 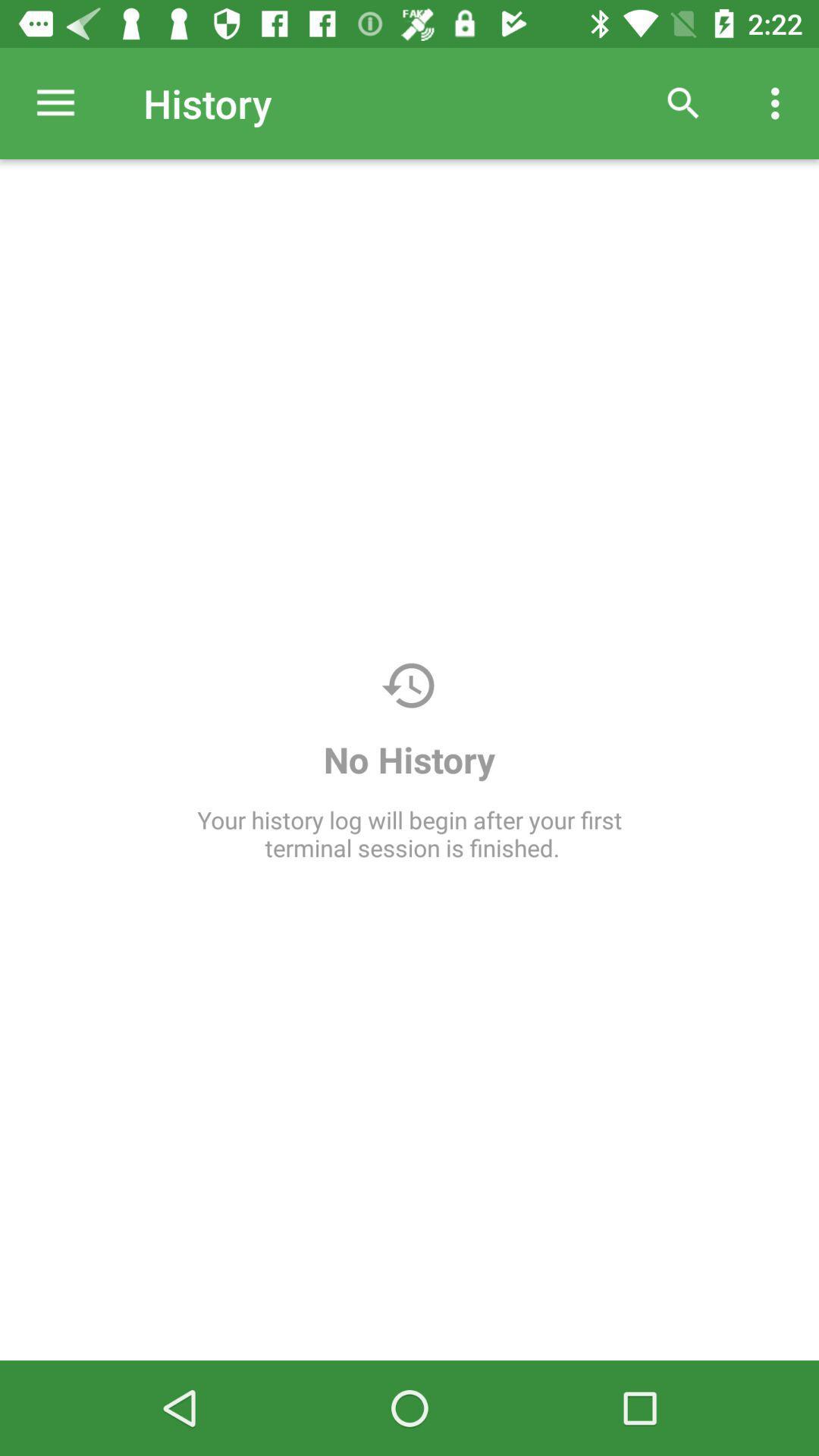 I want to click on the item next to history item, so click(x=55, y=102).